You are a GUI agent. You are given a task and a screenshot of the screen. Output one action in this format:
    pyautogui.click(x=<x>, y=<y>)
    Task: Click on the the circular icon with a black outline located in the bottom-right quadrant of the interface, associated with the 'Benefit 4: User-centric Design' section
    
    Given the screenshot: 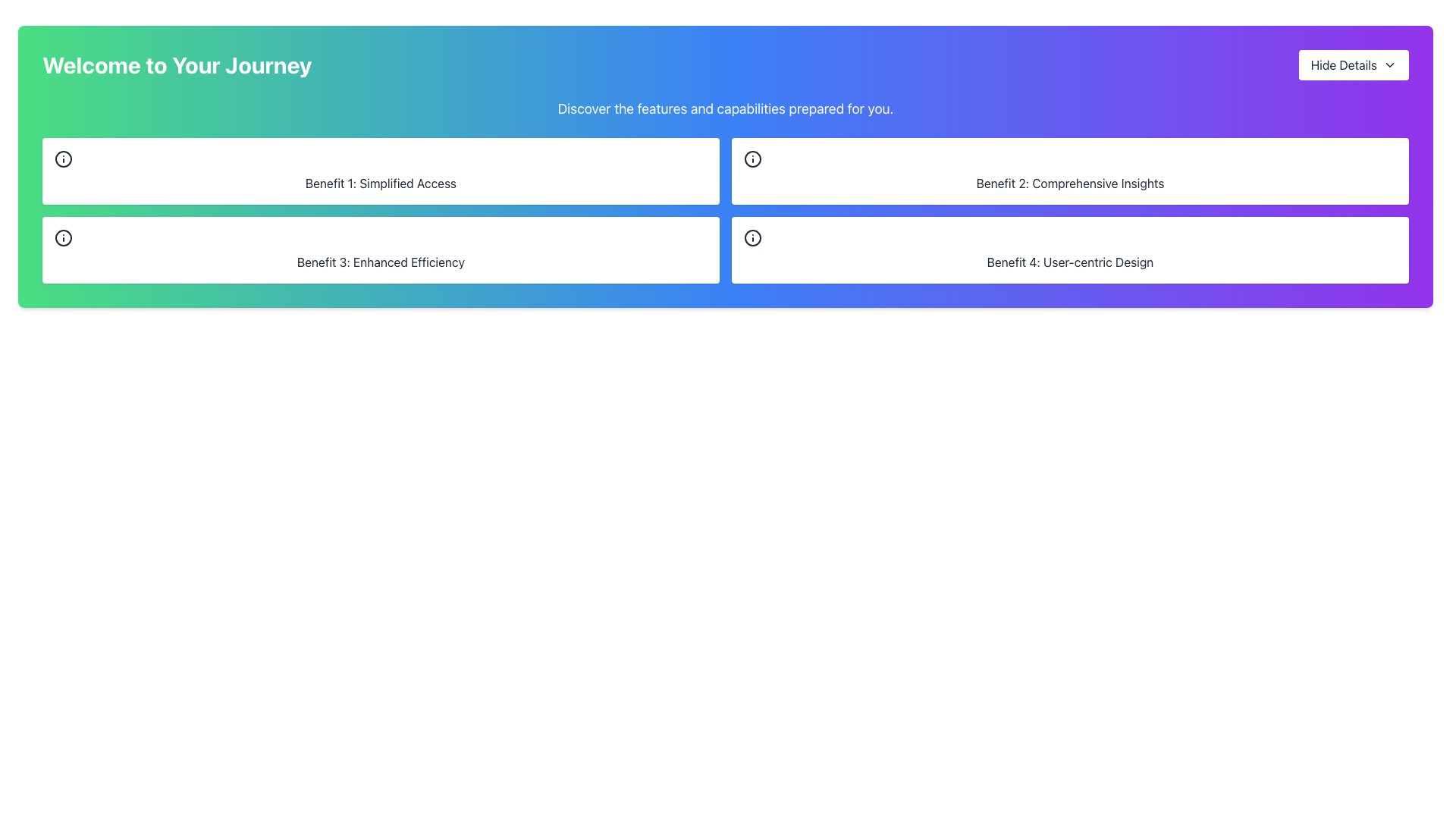 What is the action you would take?
    pyautogui.click(x=753, y=237)
    